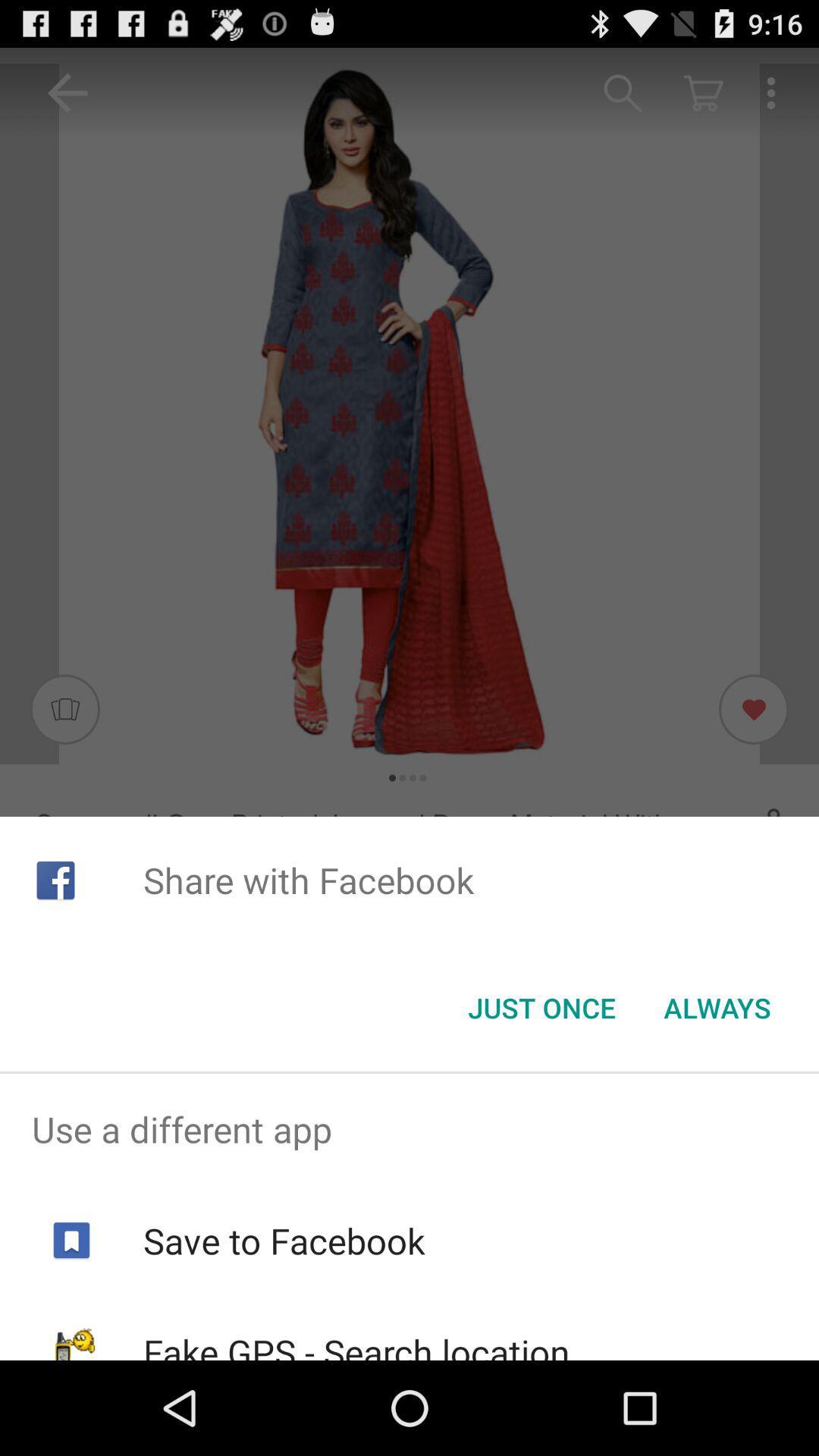 The width and height of the screenshot is (819, 1456). I want to click on icon above fake gps search, so click(284, 1241).